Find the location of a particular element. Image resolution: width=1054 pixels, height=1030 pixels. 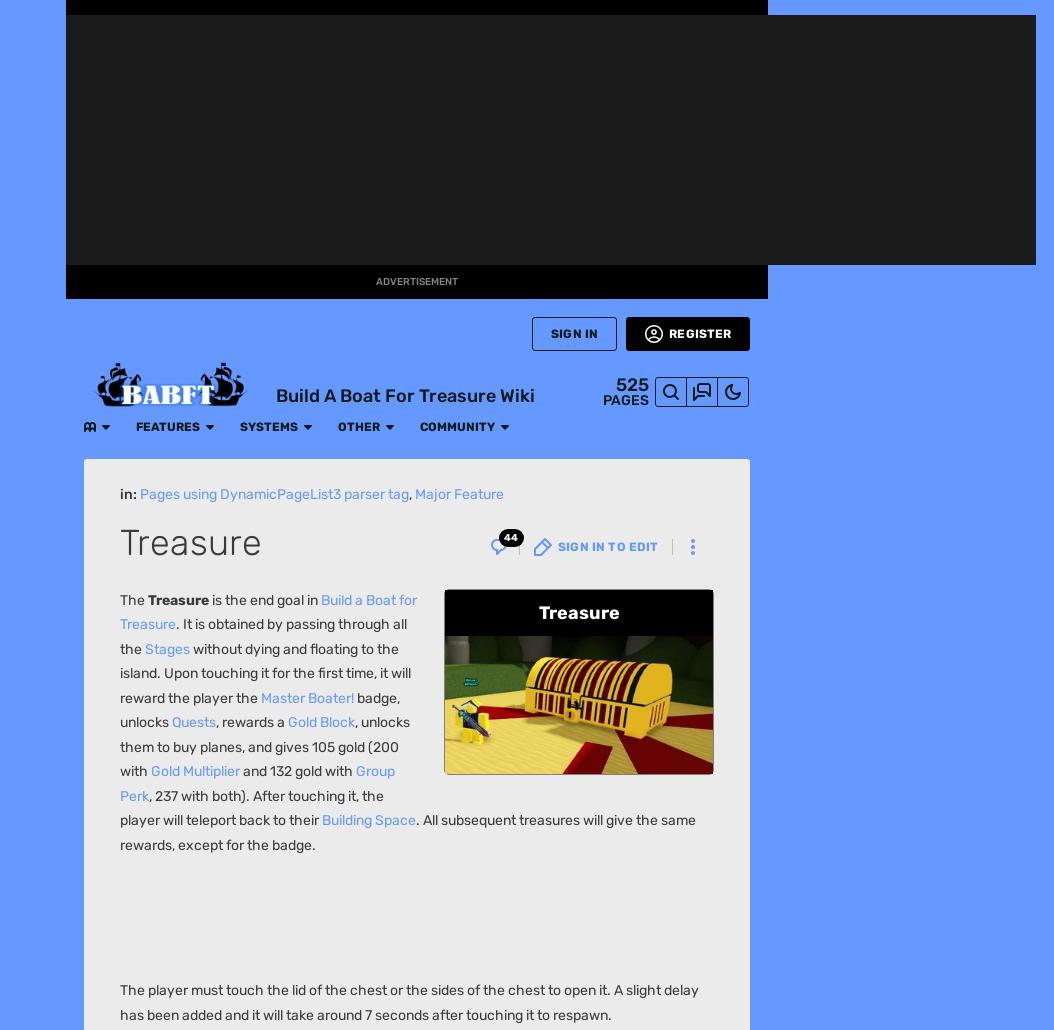

'Video' is located at coordinates (32, 572).